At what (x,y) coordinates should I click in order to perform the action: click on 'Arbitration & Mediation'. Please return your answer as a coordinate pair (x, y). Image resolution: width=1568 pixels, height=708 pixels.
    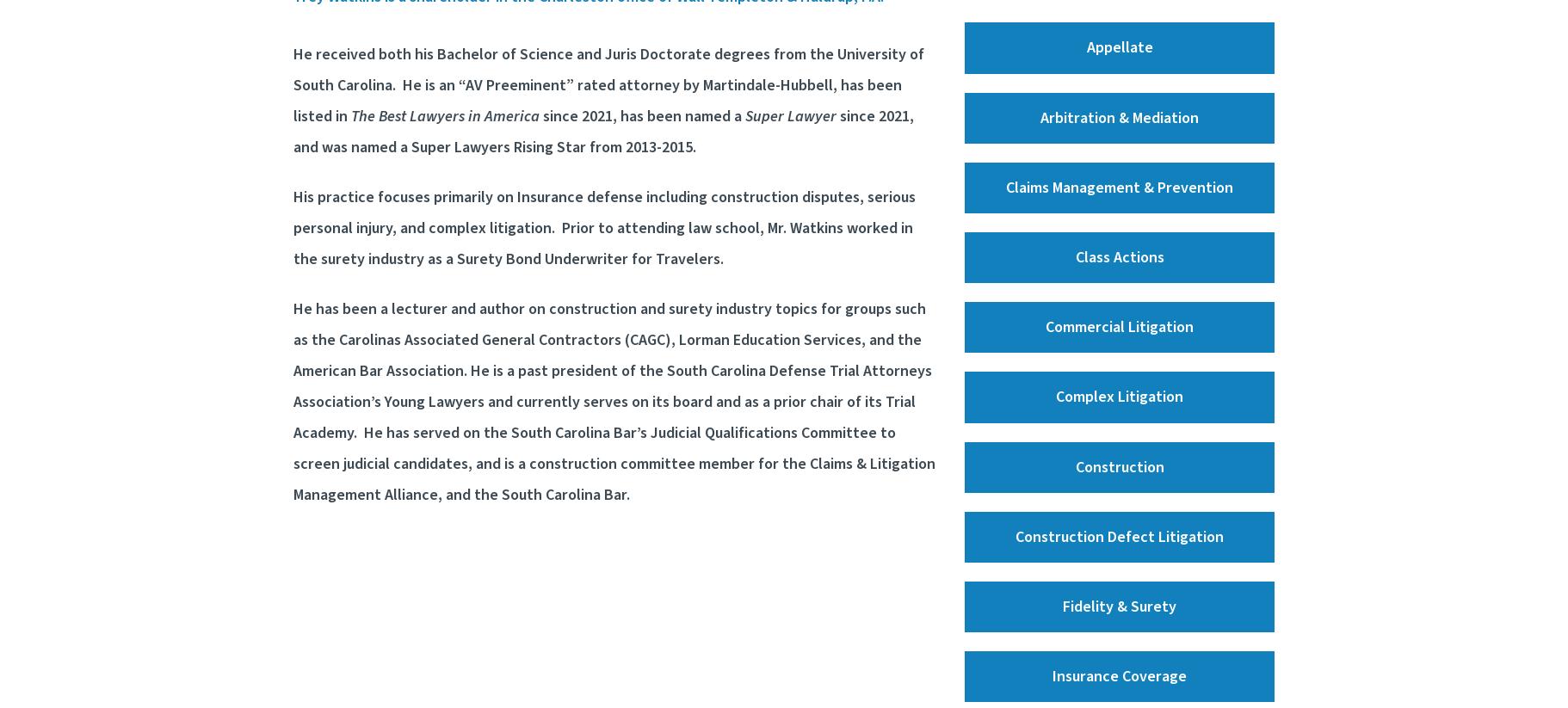
    Looking at the image, I should click on (1119, 117).